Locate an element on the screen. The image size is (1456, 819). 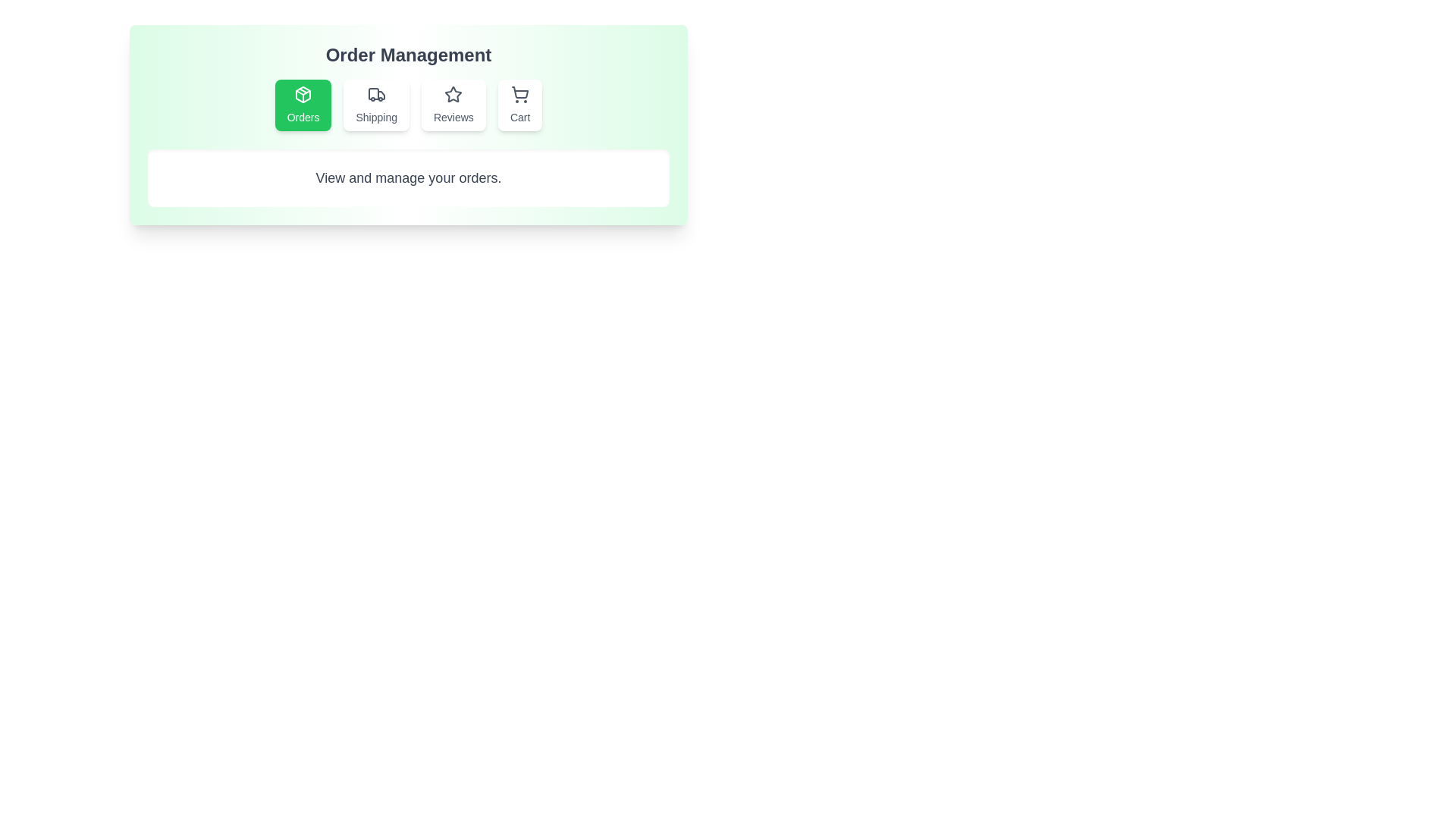
the informational text box that displays 'View and manage your orders.' with a white background and gray font, located beneath the clickable options in the Order Management section is located at coordinates (408, 177).